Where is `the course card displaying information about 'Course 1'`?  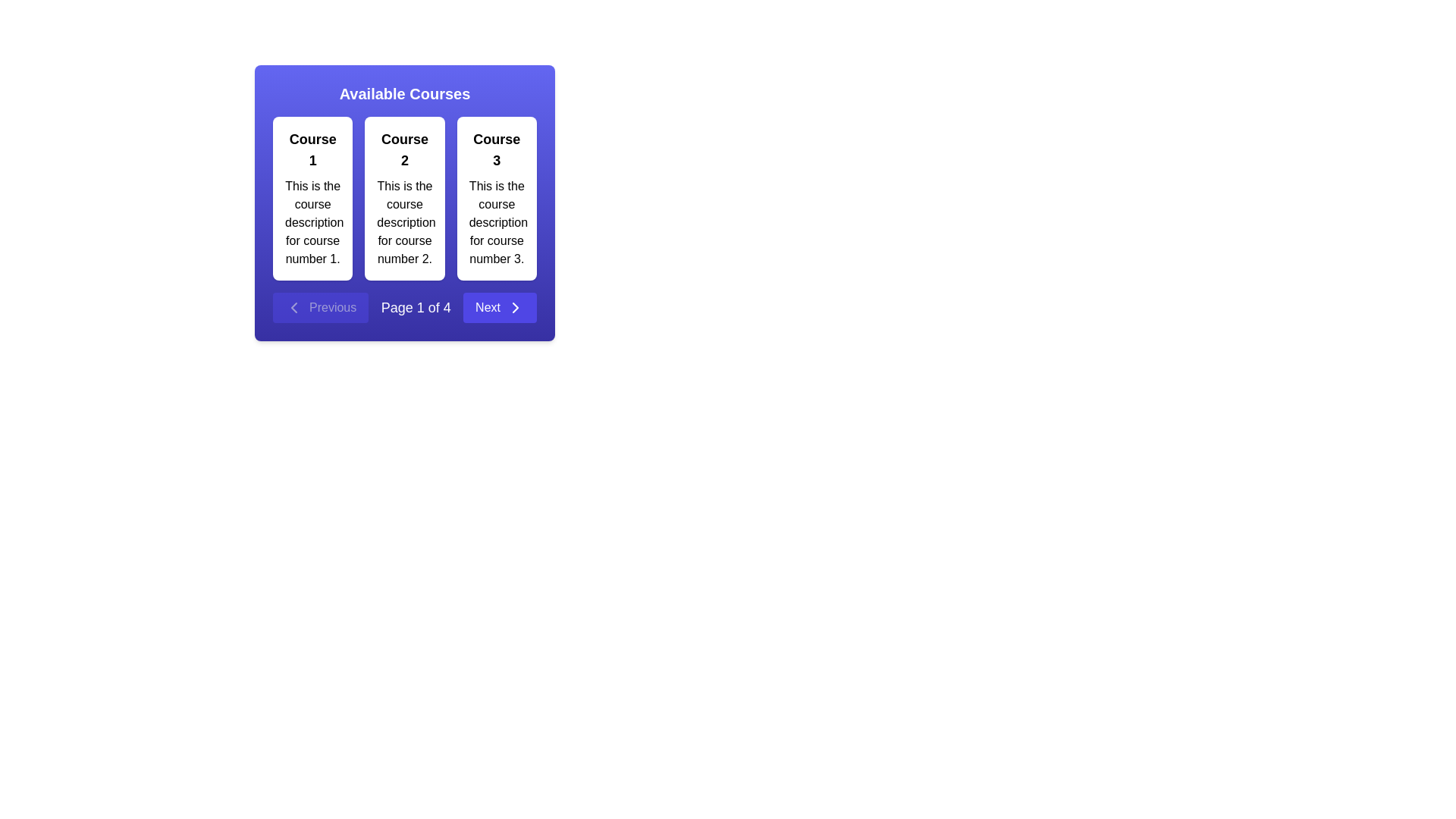 the course card displaying information about 'Course 1' is located at coordinates (312, 198).